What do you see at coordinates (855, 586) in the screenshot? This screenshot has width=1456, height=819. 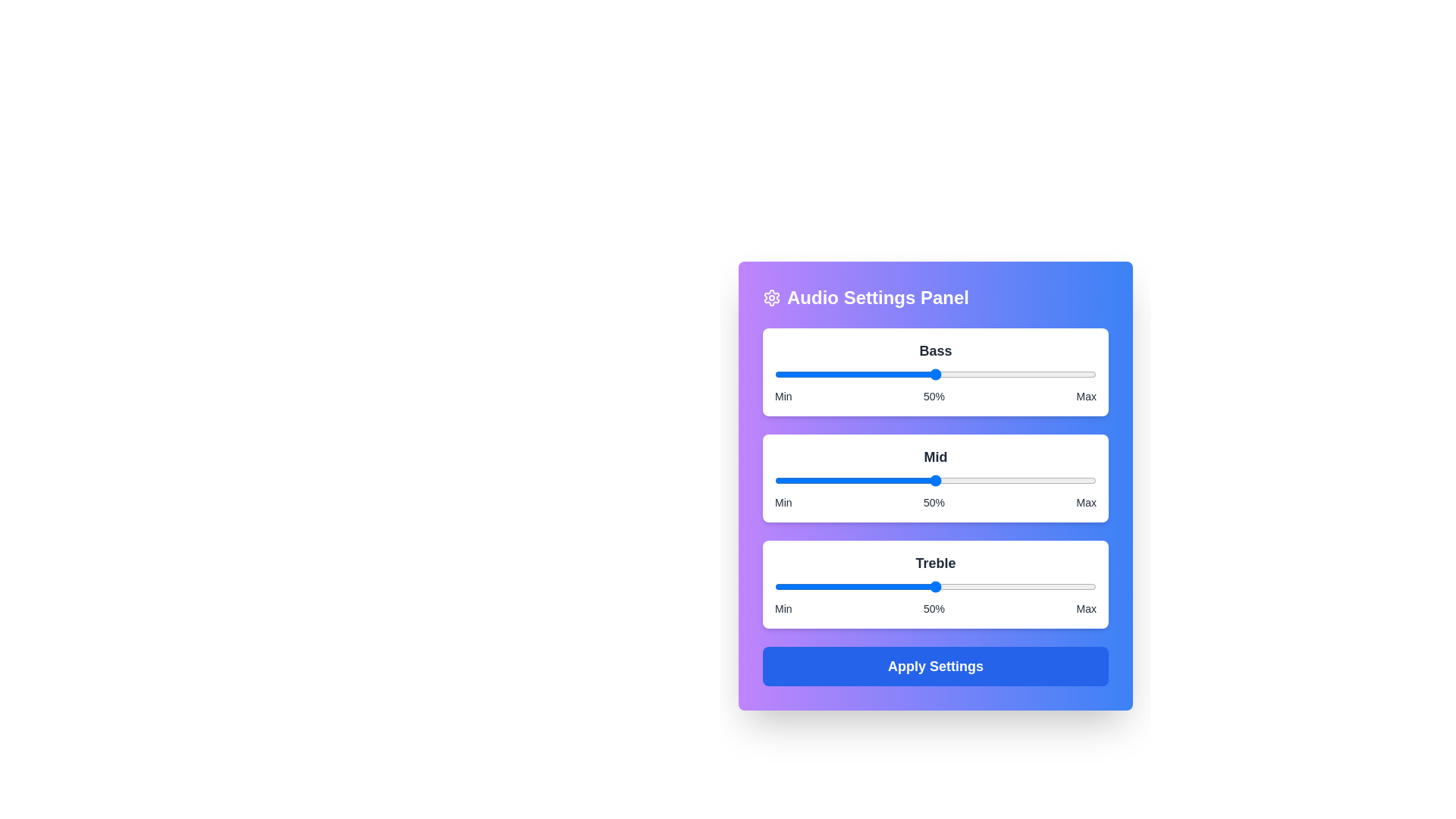 I see `the treble level` at bounding box center [855, 586].